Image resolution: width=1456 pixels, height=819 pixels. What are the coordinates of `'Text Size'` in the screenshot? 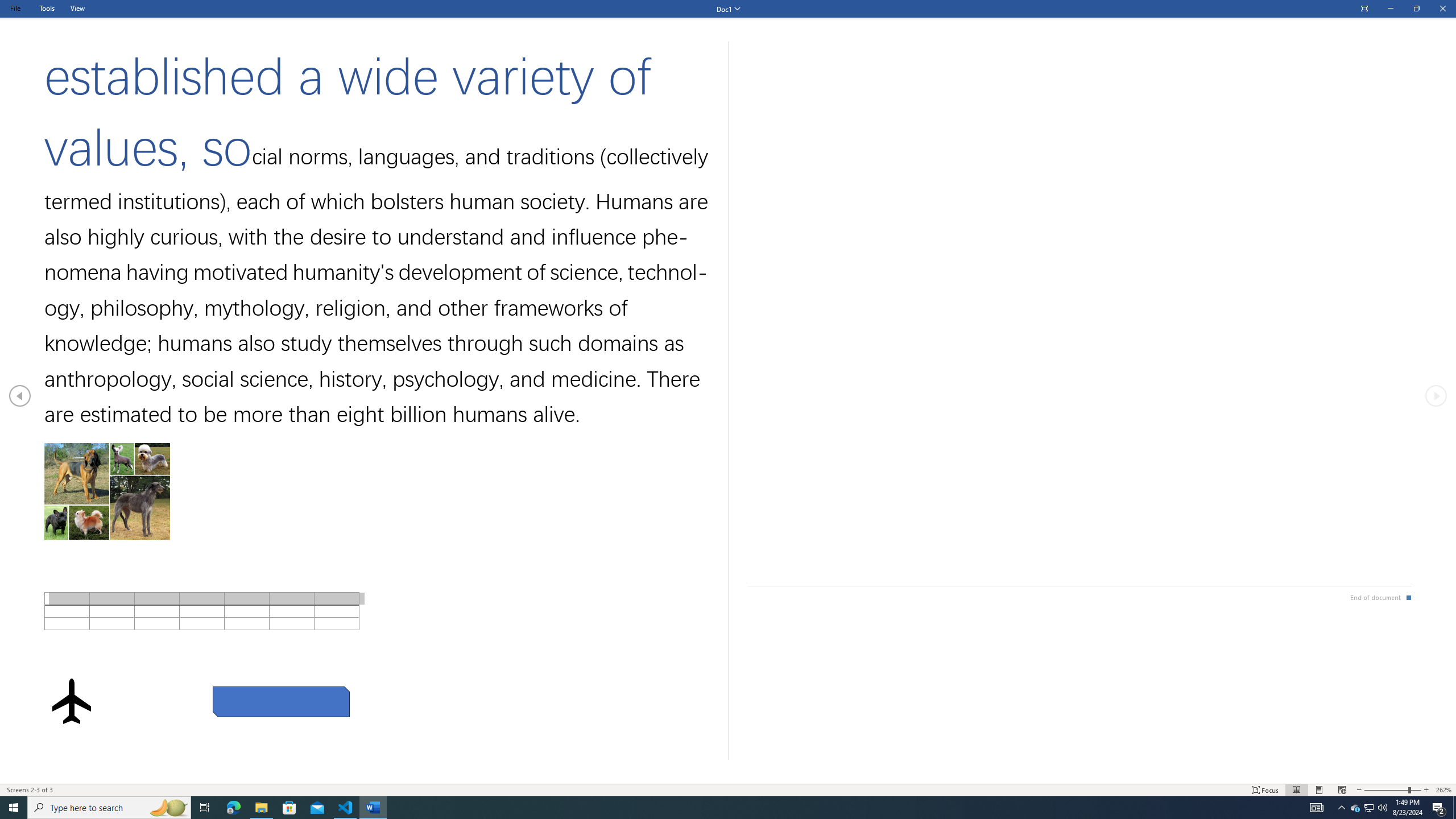 It's located at (1392, 790).